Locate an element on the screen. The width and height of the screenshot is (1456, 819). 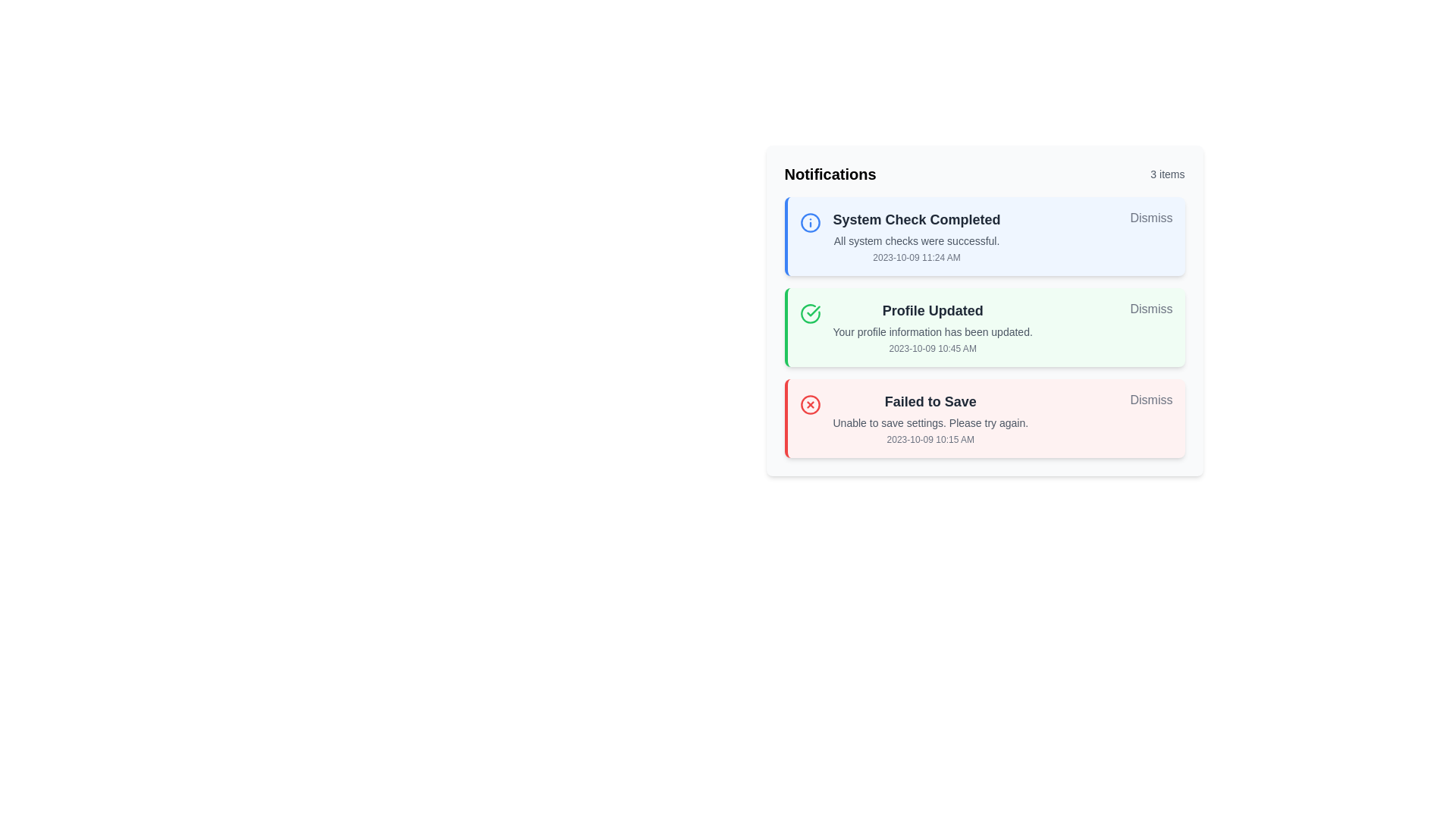
information presented in the 'Failed to Save' notification text, which is located beneath the title and above the timestamp is located at coordinates (930, 430).